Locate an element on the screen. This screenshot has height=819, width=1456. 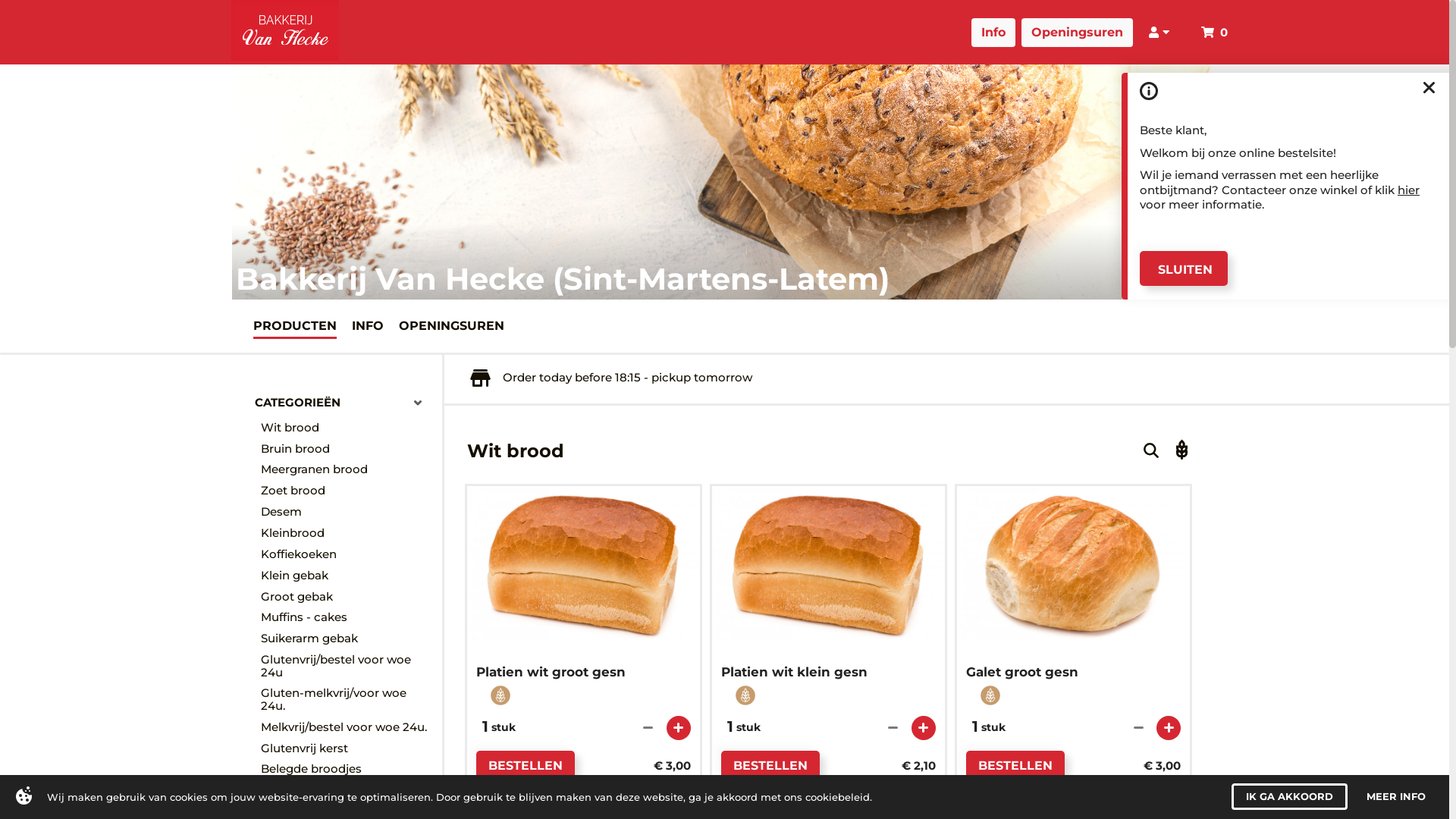
'Kleinbrood' is located at coordinates (346, 532).